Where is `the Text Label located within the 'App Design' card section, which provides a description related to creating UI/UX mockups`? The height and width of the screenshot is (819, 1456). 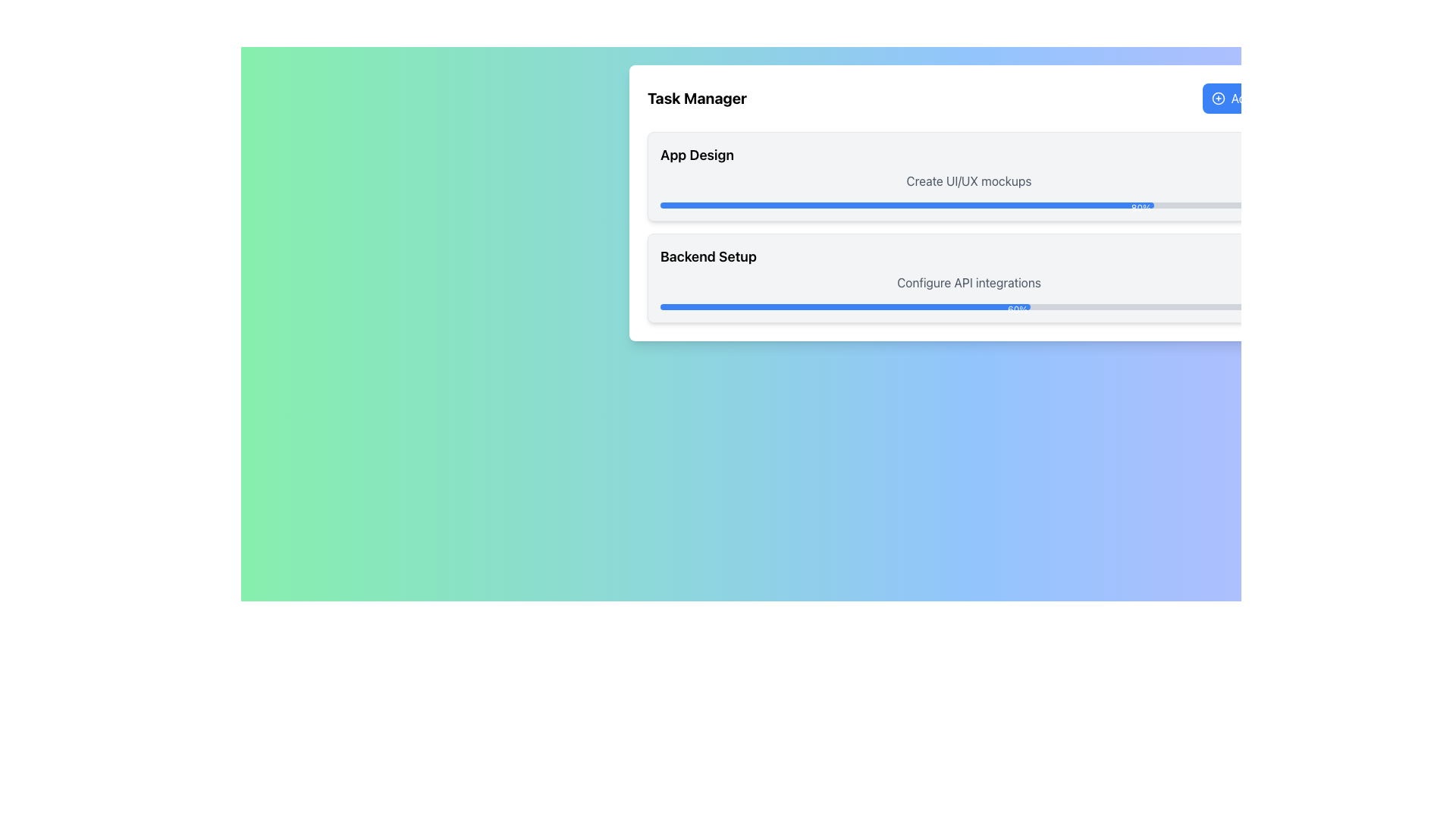 the Text Label located within the 'App Design' card section, which provides a description related to creating UI/UX mockups is located at coordinates (968, 180).